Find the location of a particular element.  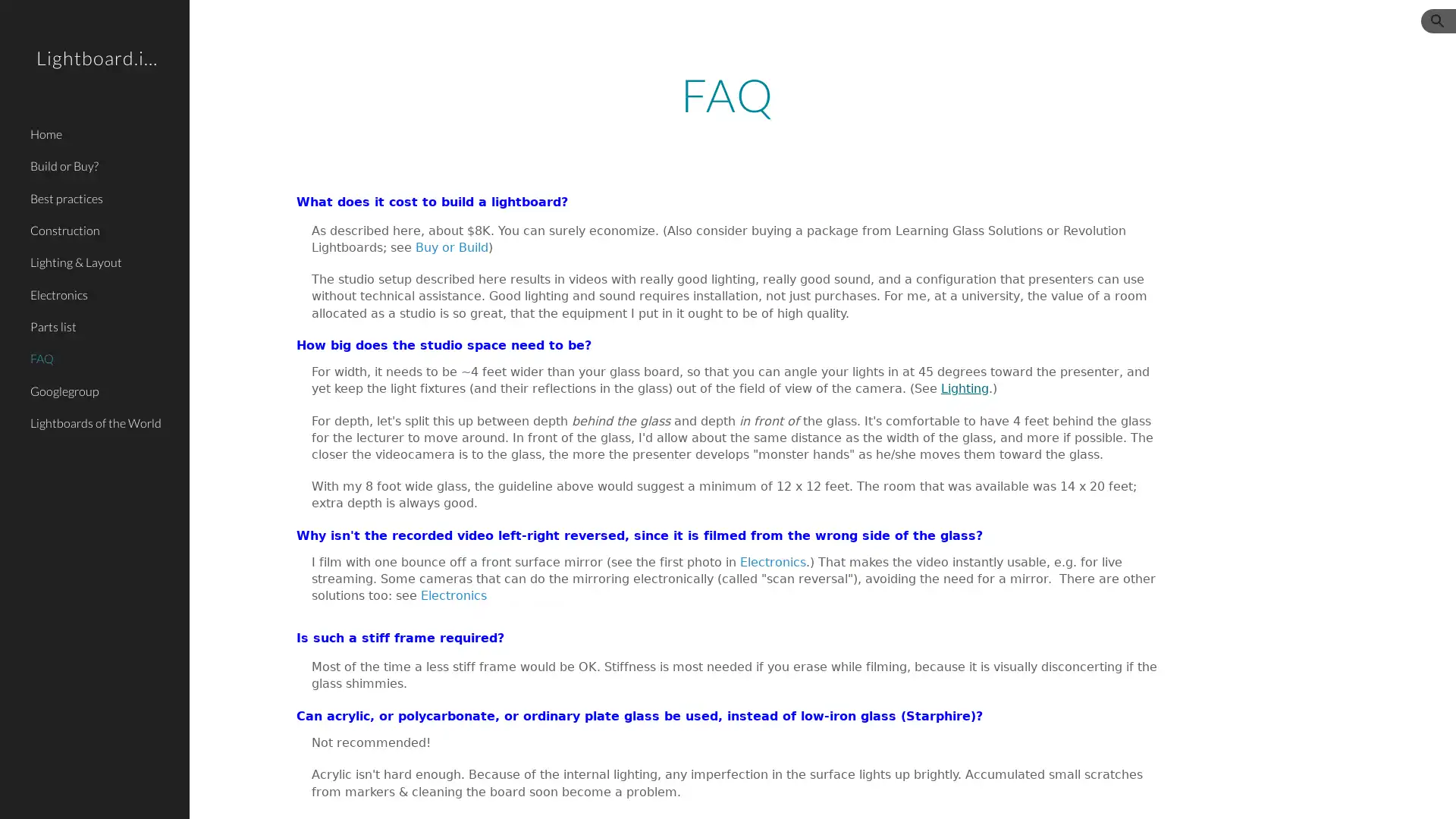

Skip to navigation is located at coordinates (864, 28).